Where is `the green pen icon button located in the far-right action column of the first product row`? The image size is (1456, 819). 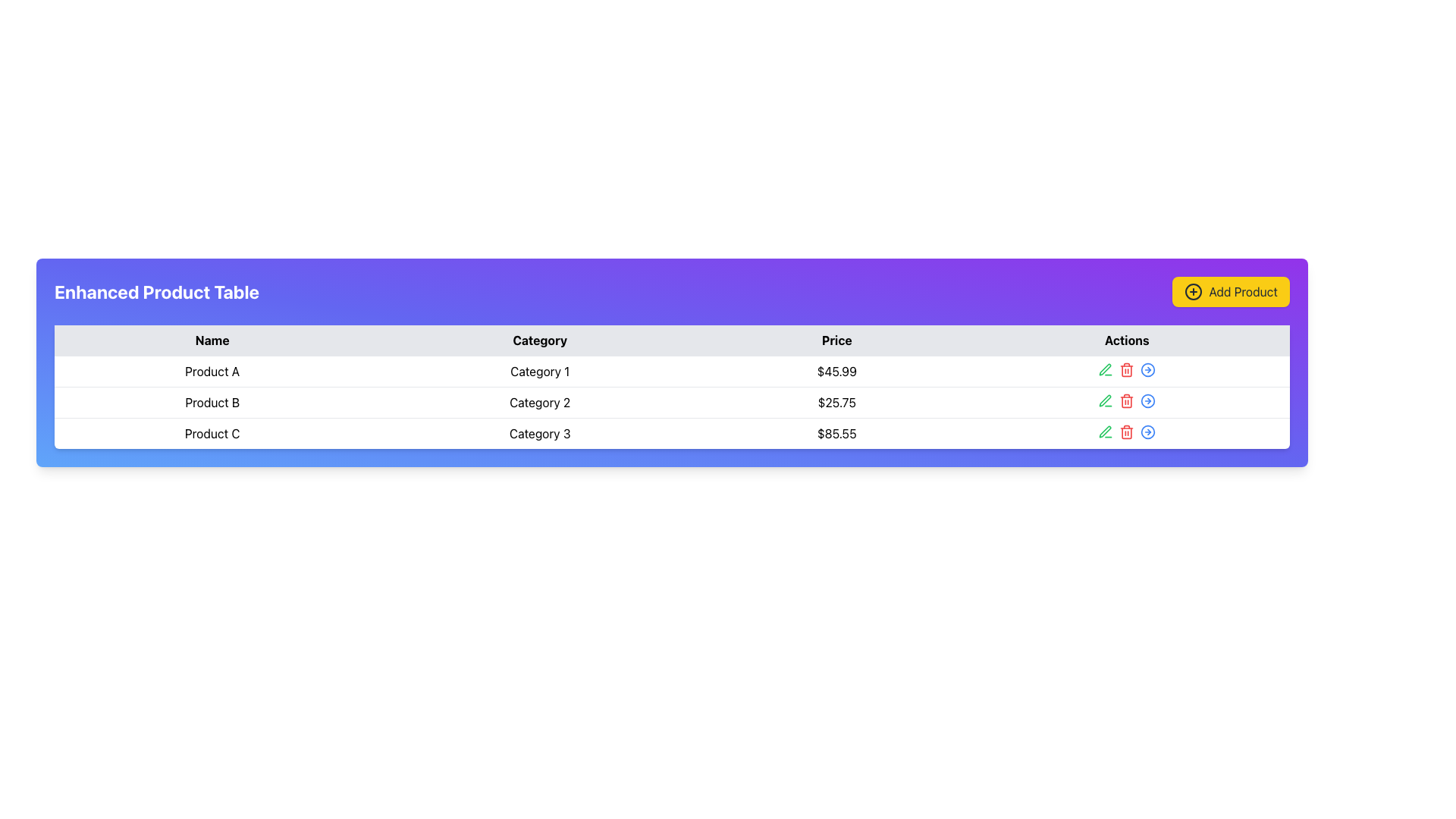
the green pen icon button located in the far-right action column of the first product row is located at coordinates (1106, 370).